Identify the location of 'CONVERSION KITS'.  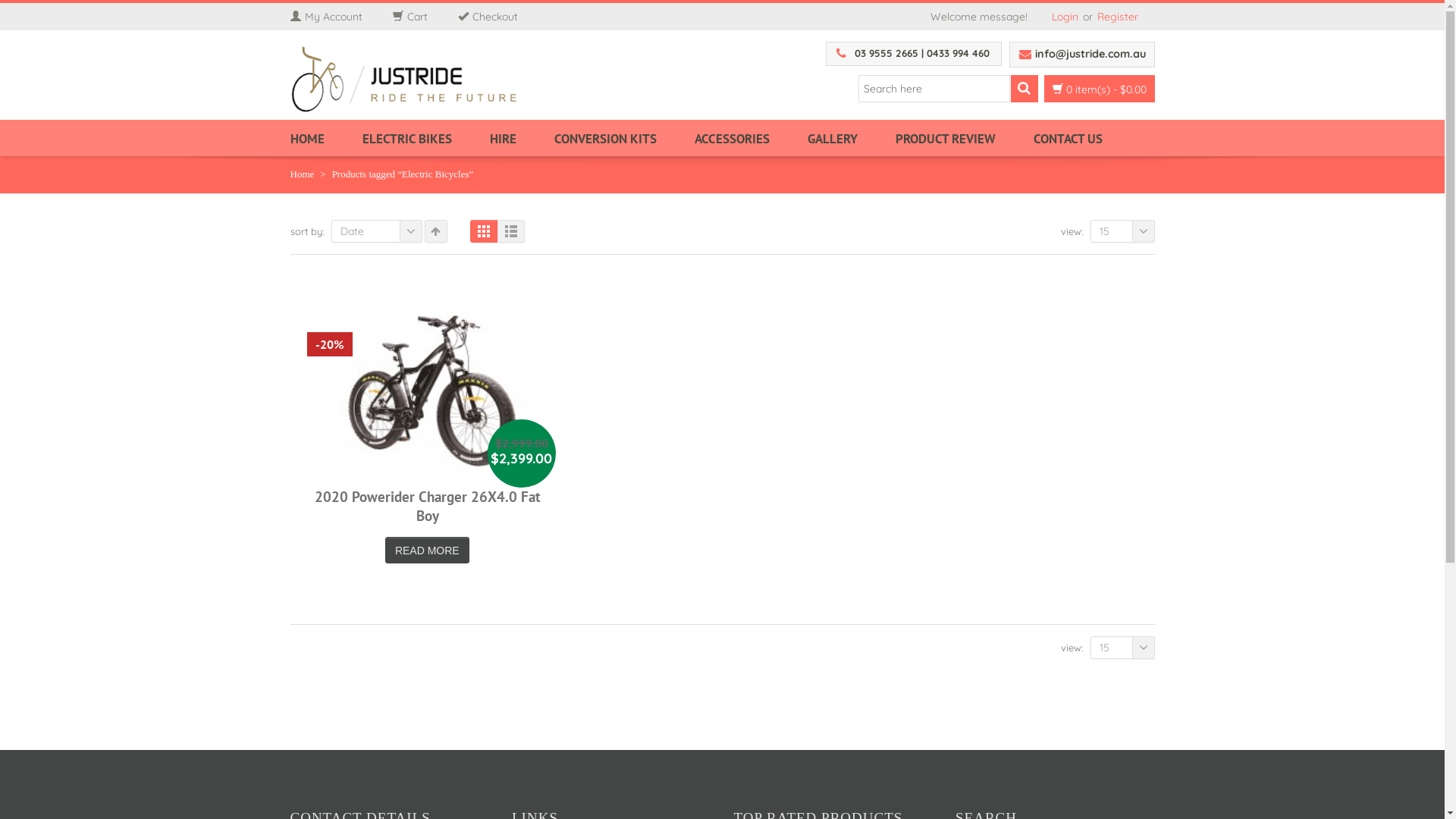
(623, 137).